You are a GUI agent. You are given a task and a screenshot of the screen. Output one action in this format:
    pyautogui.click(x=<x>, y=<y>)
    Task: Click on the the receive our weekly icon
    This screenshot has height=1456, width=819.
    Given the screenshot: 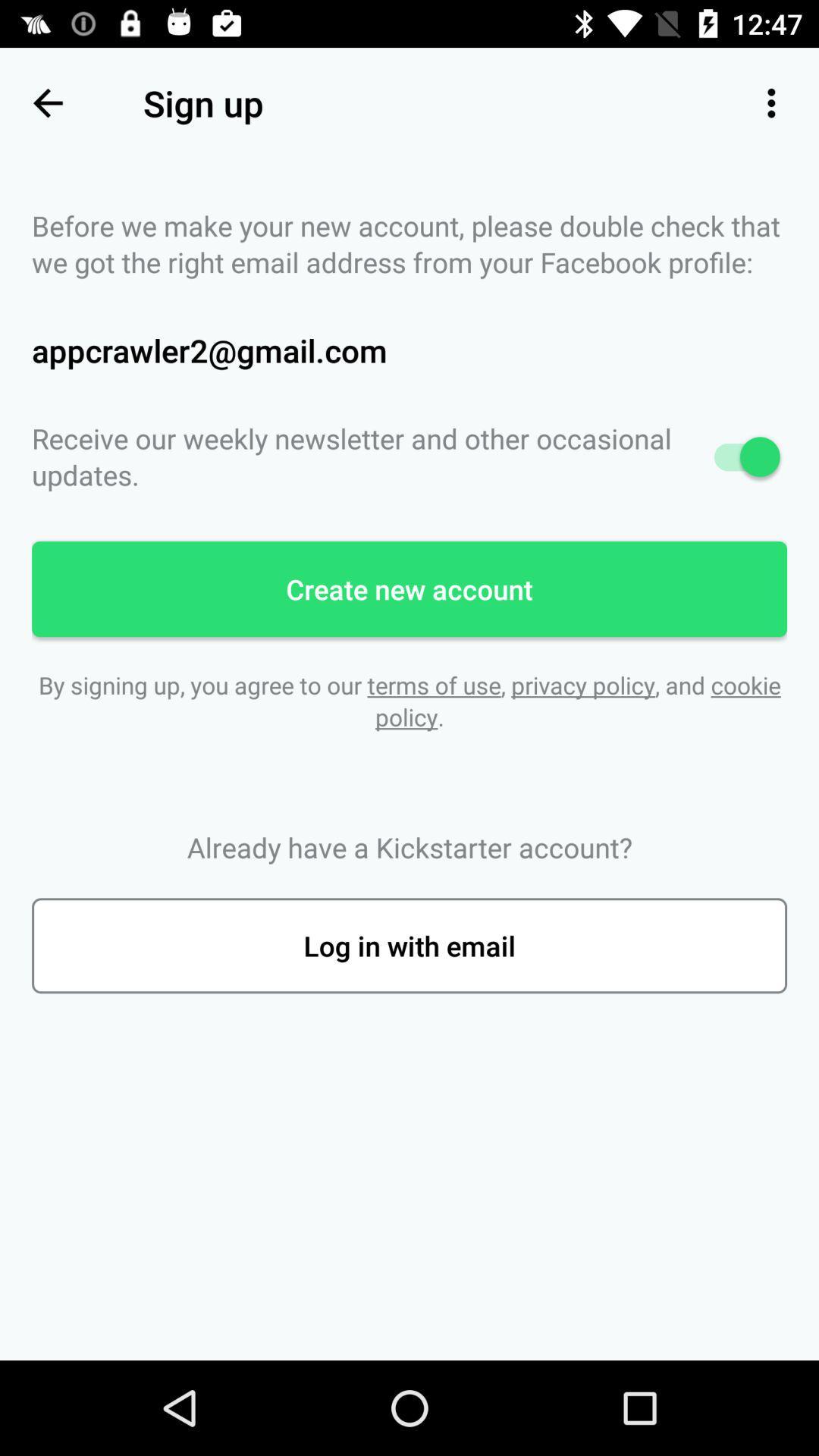 What is the action you would take?
    pyautogui.click(x=409, y=456)
    